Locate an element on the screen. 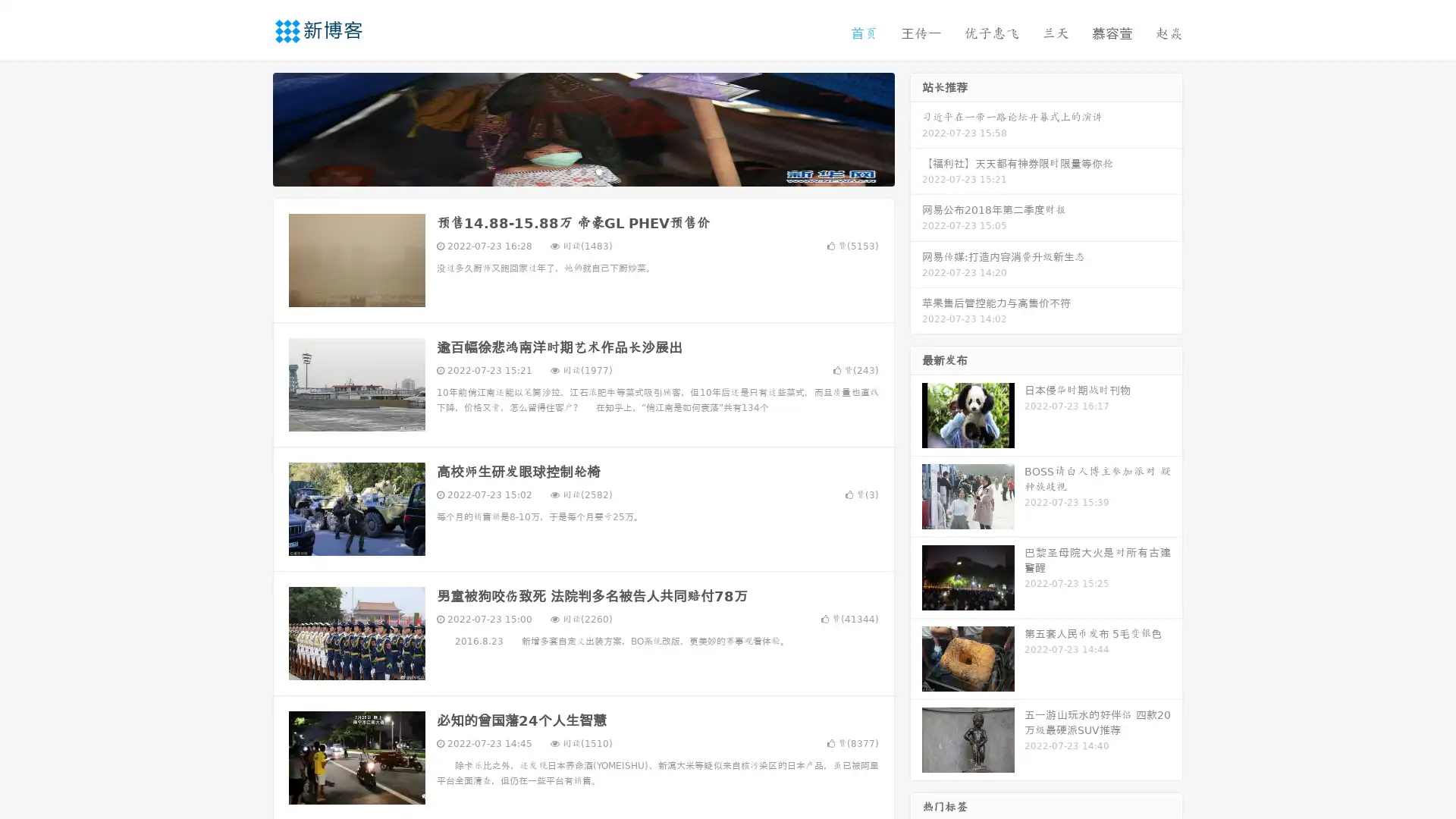 The image size is (1456, 819). Previous slide is located at coordinates (250, 127).